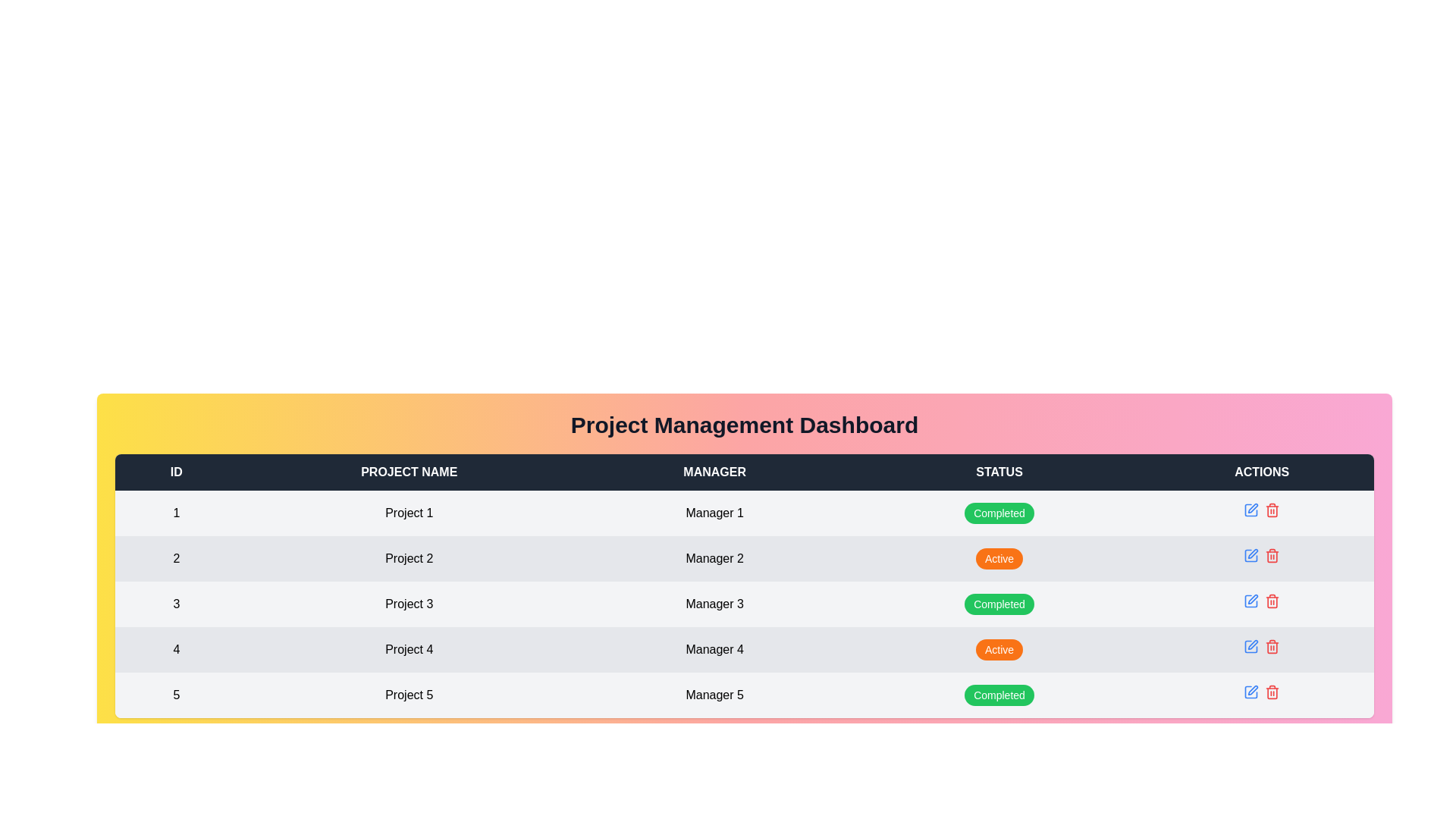 The image size is (1456, 819). Describe the element at coordinates (999, 648) in the screenshot. I see `the 'Active' button with a vibrant orange background in the STATUS column of the fourth row in the project management dashboard` at that location.